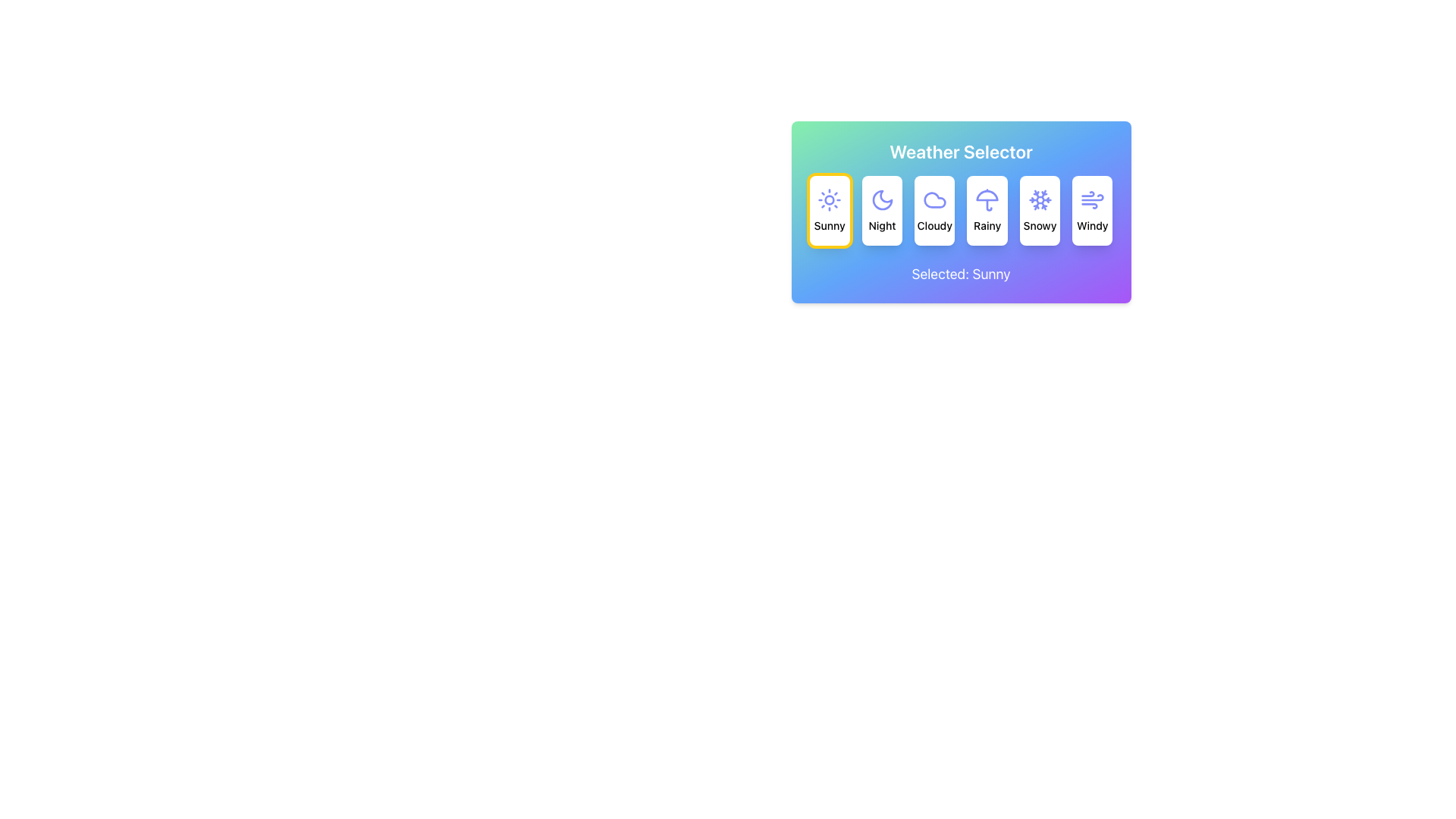 This screenshot has width=1456, height=819. I want to click on the text label indicating the 'Snowy' weather condition, which is part of the sixth card in the weather selection interface, located between 'Rainy' and 'Windy', so click(1039, 225).